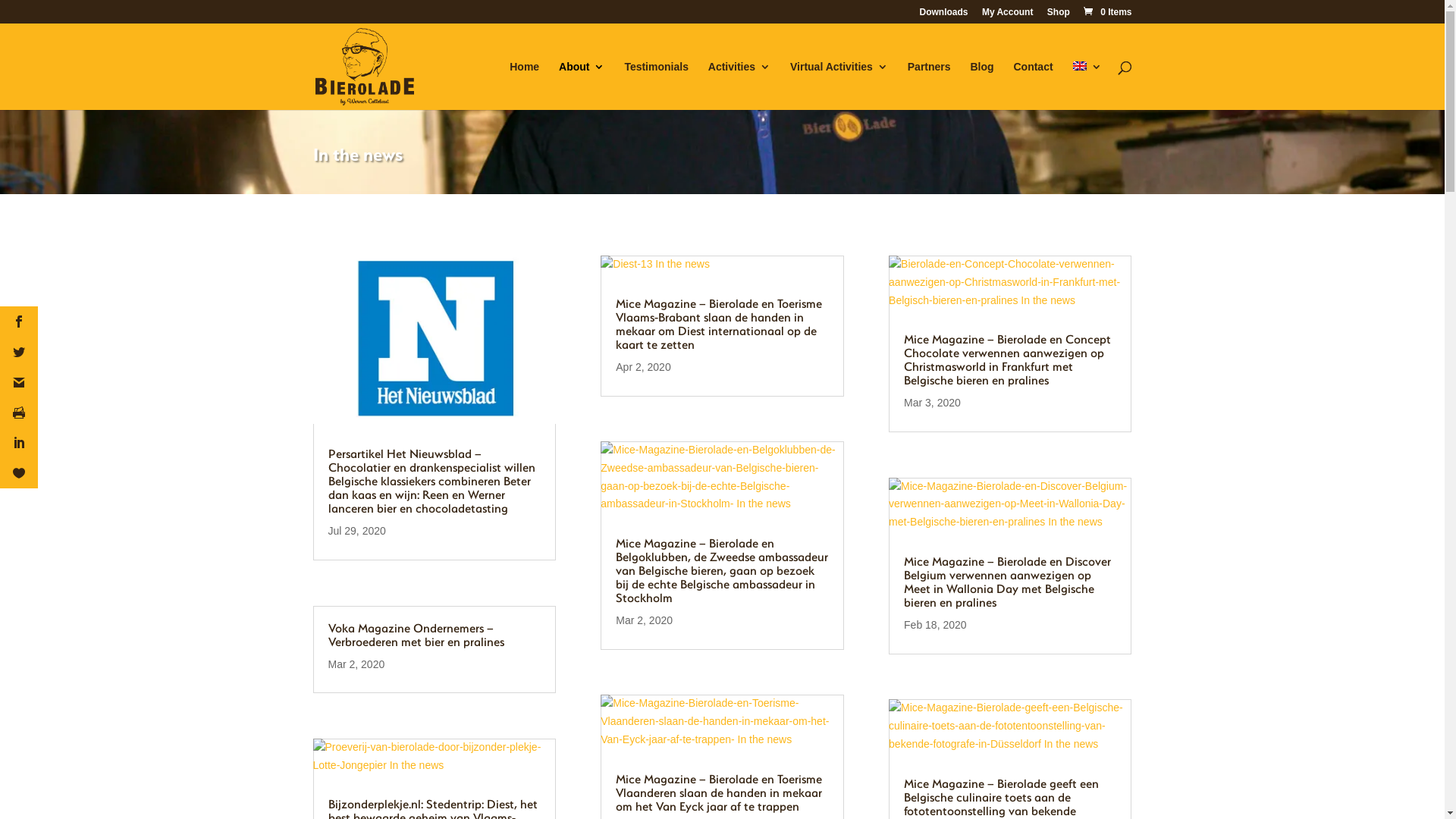 Image resolution: width=1456 pixels, height=819 pixels. Describe the element at coordinates (1032, 85) in the screenshot. I see `'Contact'` at that location.